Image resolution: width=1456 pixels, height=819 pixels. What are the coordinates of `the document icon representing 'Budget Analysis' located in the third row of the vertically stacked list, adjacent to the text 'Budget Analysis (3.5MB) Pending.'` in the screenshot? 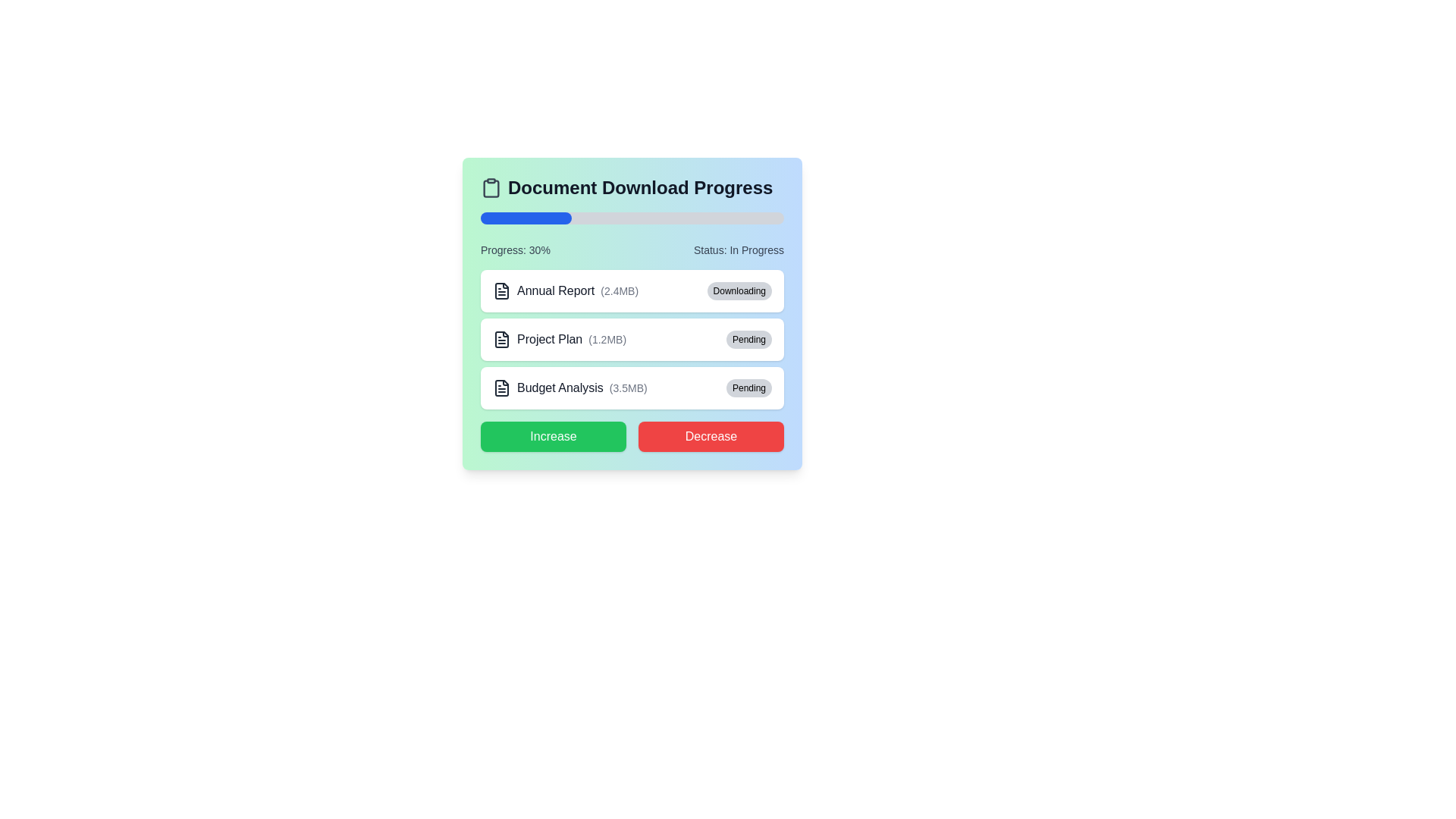 It's located at (502, 388).